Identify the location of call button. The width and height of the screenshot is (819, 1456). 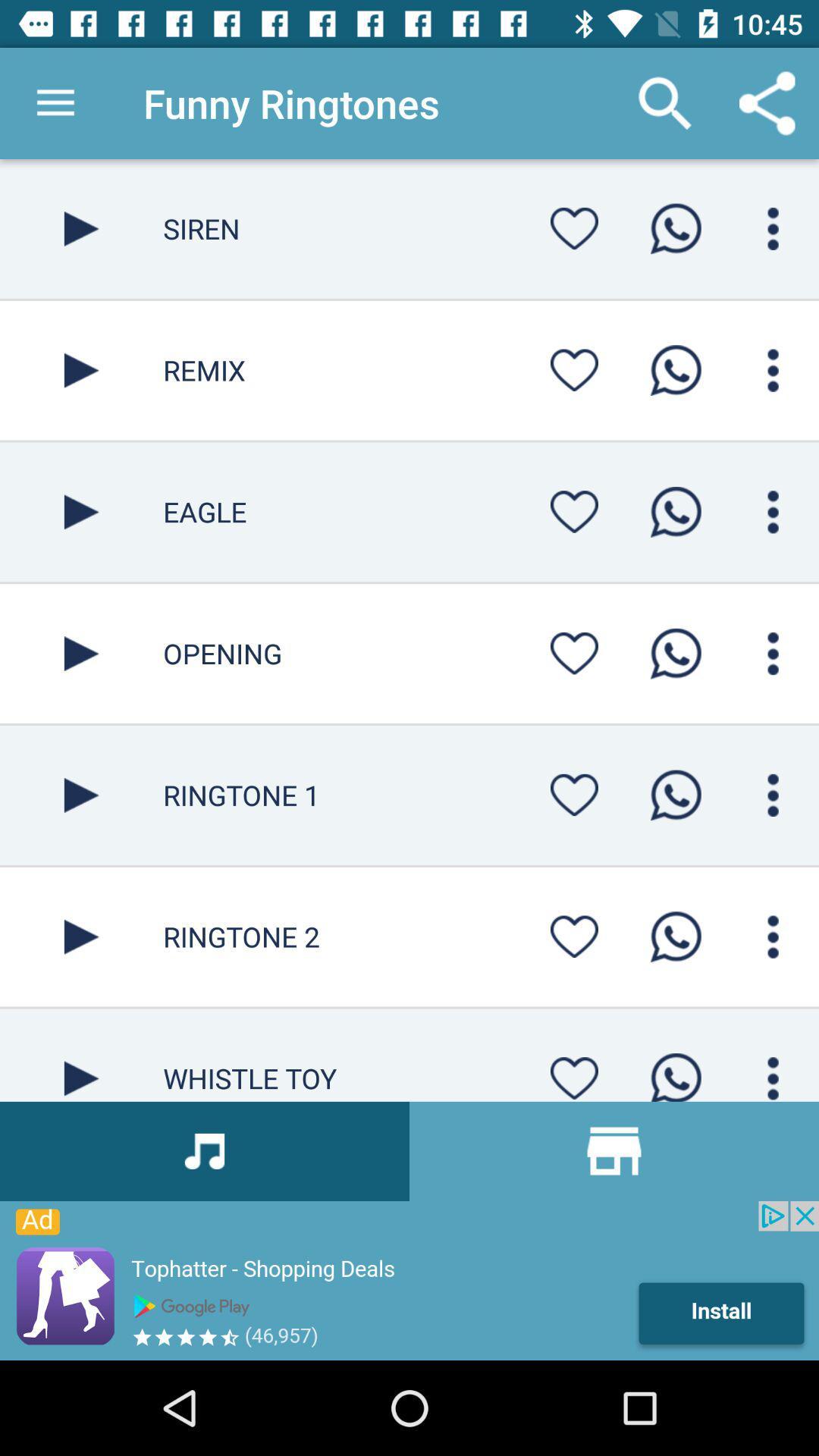
(675, 936).